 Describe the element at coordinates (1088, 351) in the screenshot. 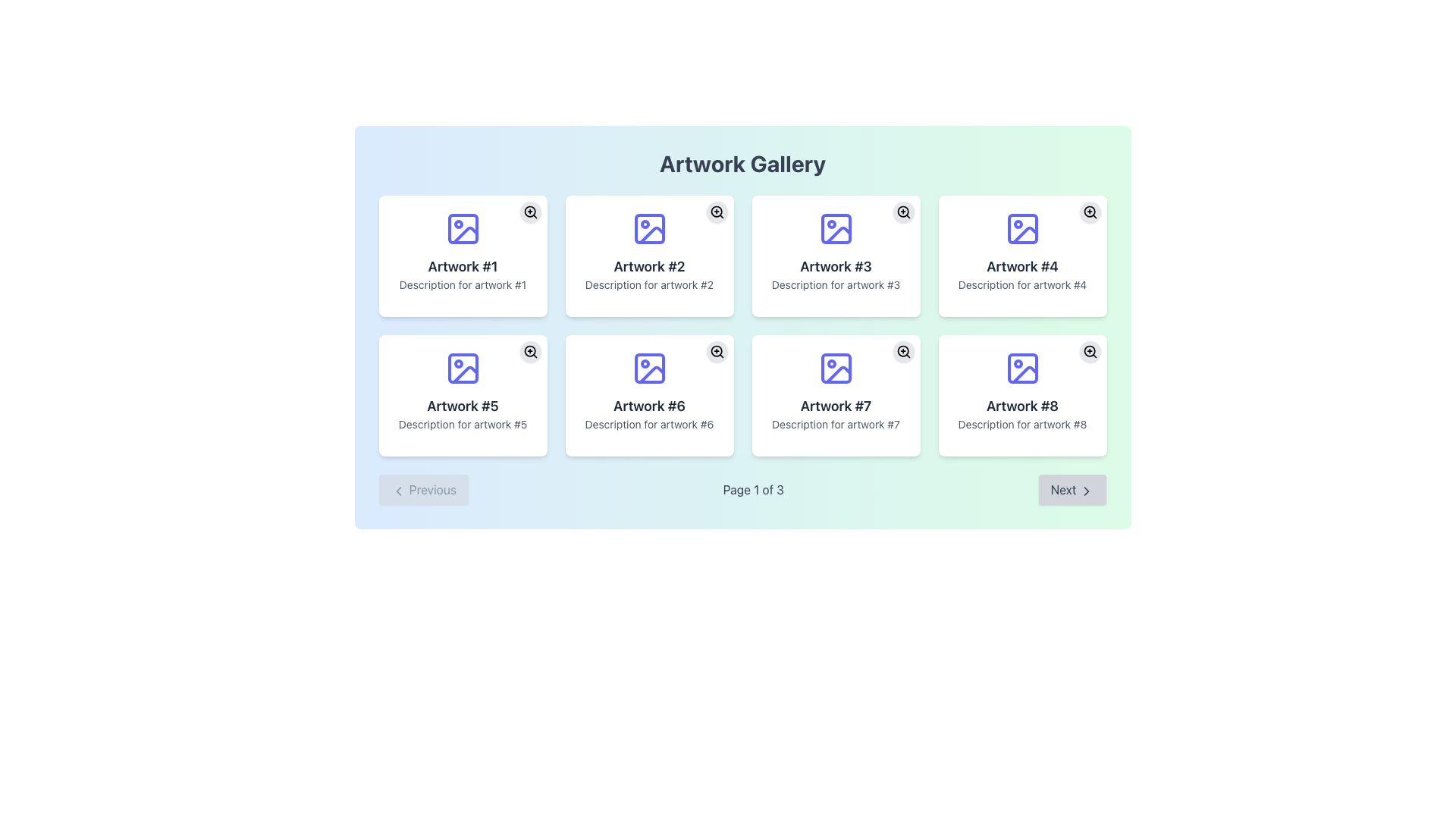

I see `the circular graphic component that represents the zoom functionality, located near the top-right corner of the card labeled 'Artwork #8' in the artwork gallery interface` at that location.